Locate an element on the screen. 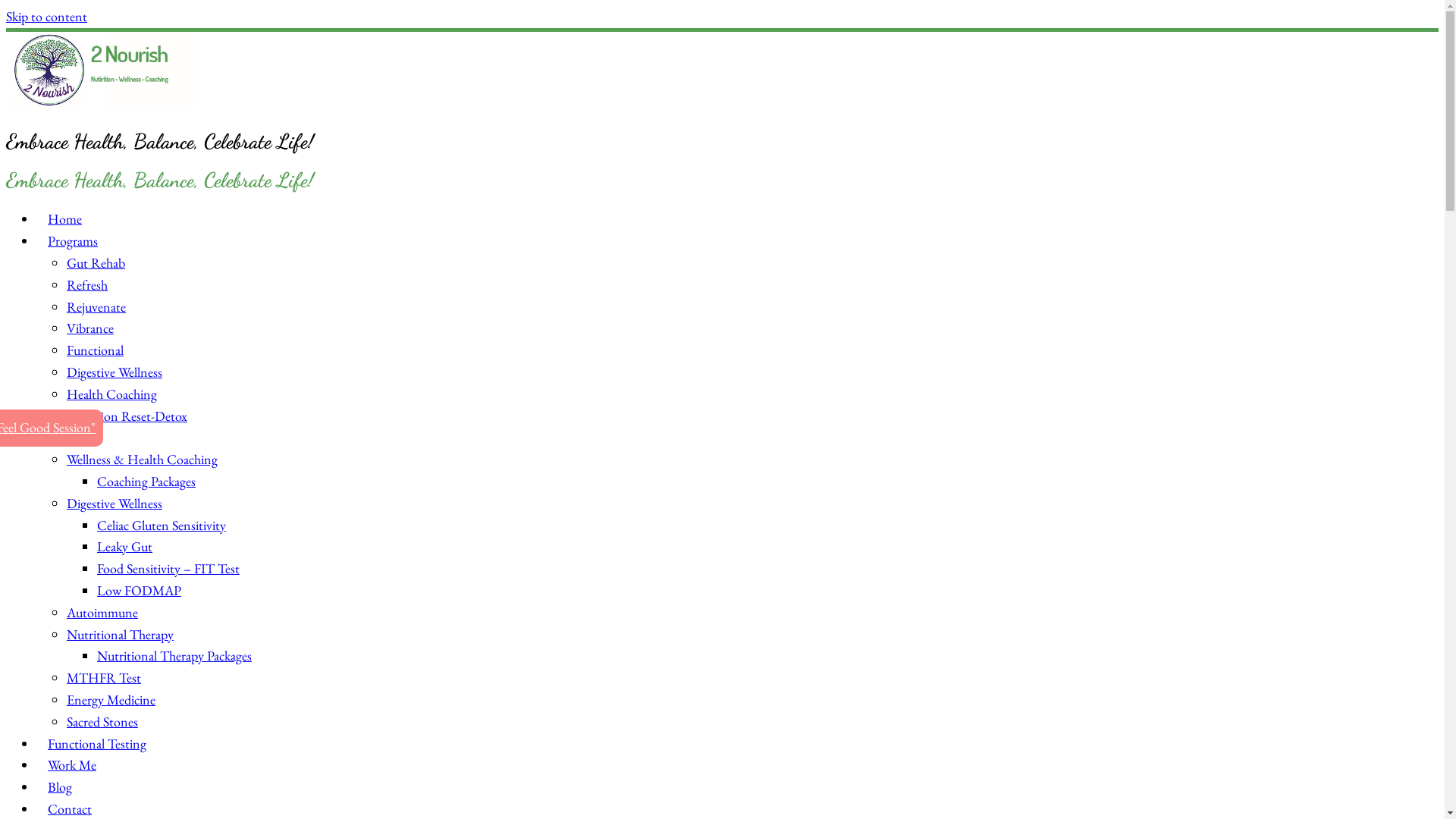  'Energy Medicine' is located at coordinates (65, 699).